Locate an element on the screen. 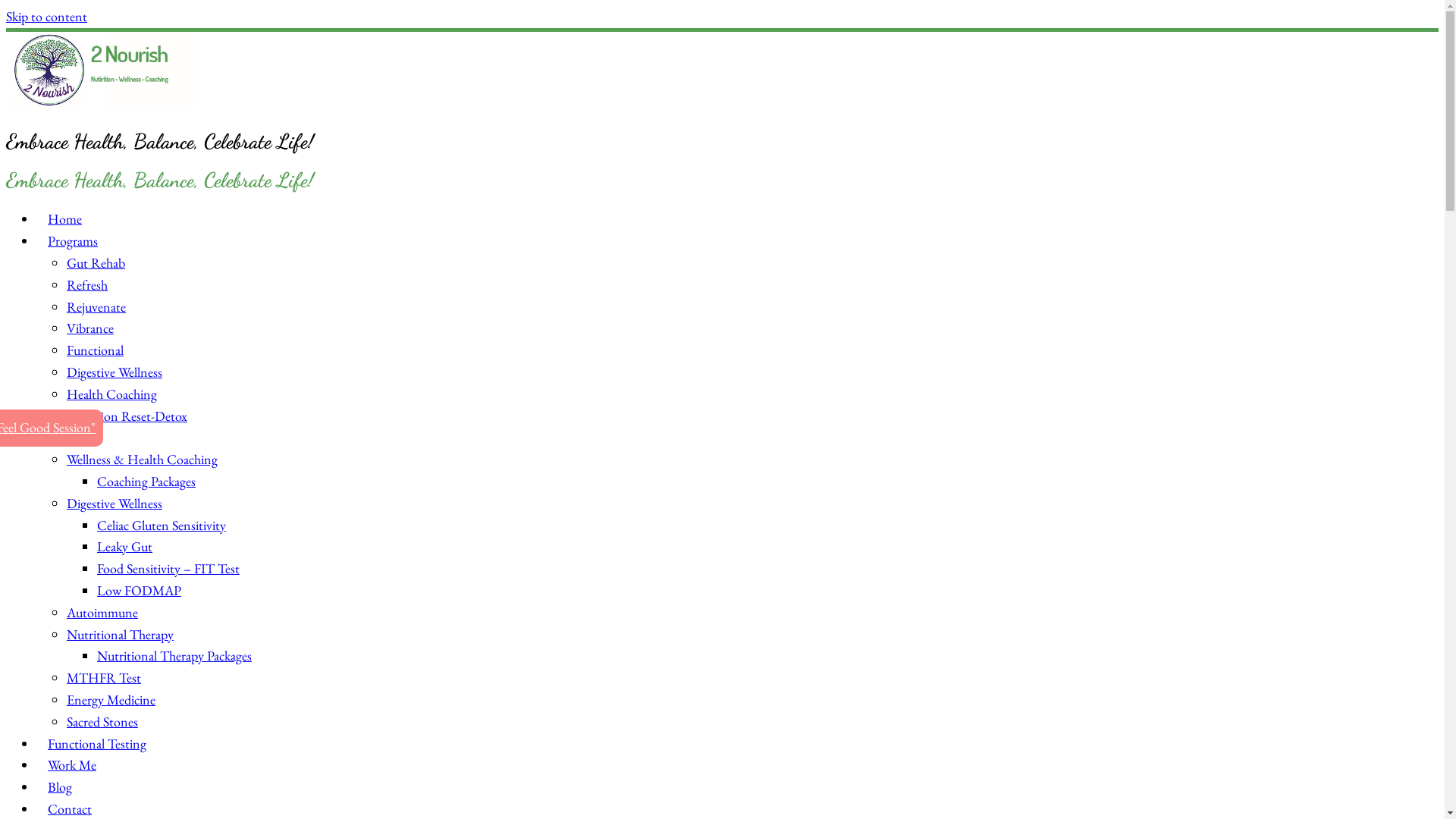  'Energy Medicine' is located at coordinates (65, 699).